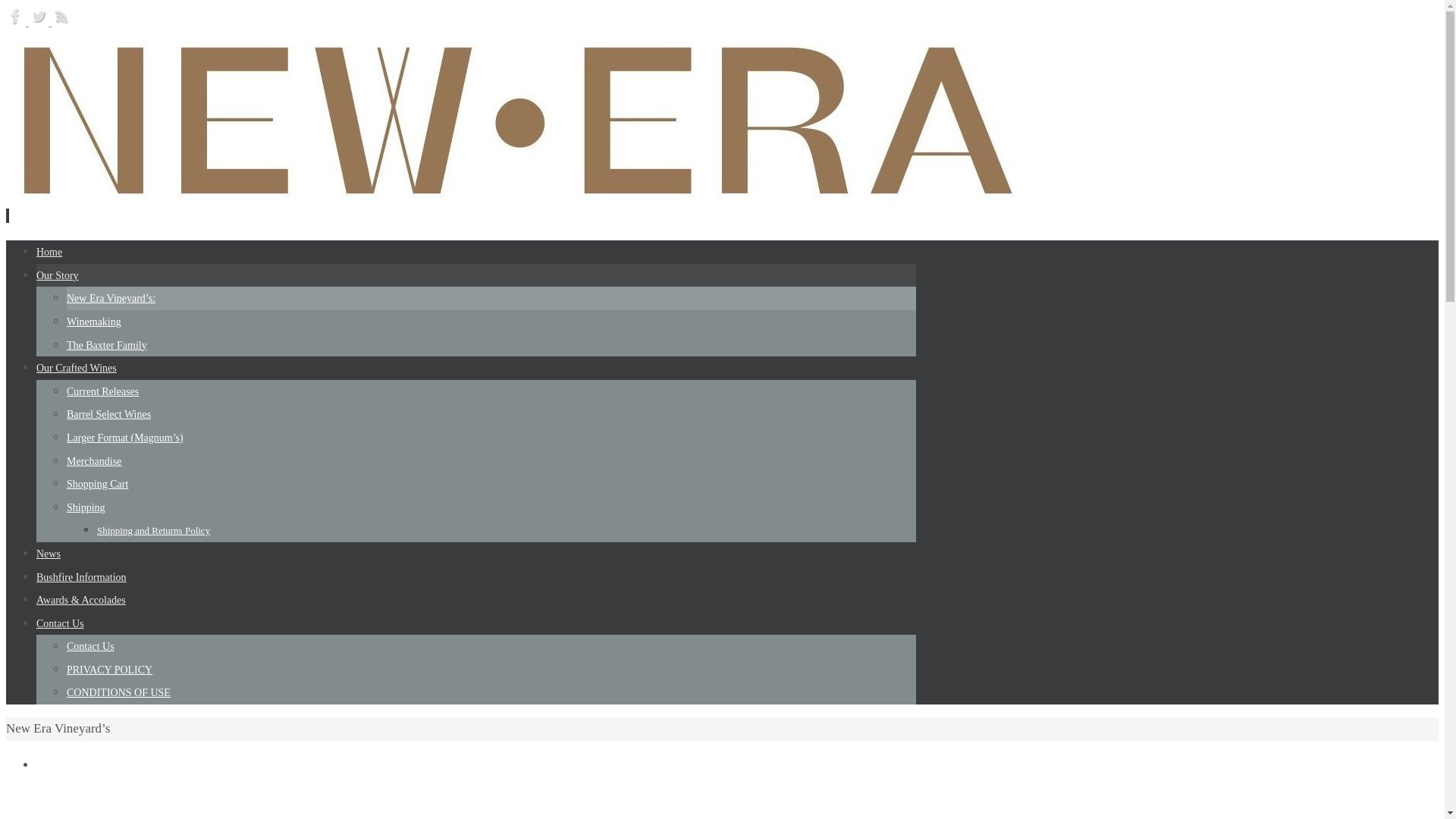 This screenshot has width=1456, height=819. What do you see at coordinates (36, 275) in the screenshot?
I see `'Our Story'` at bounding box center [36, 275].